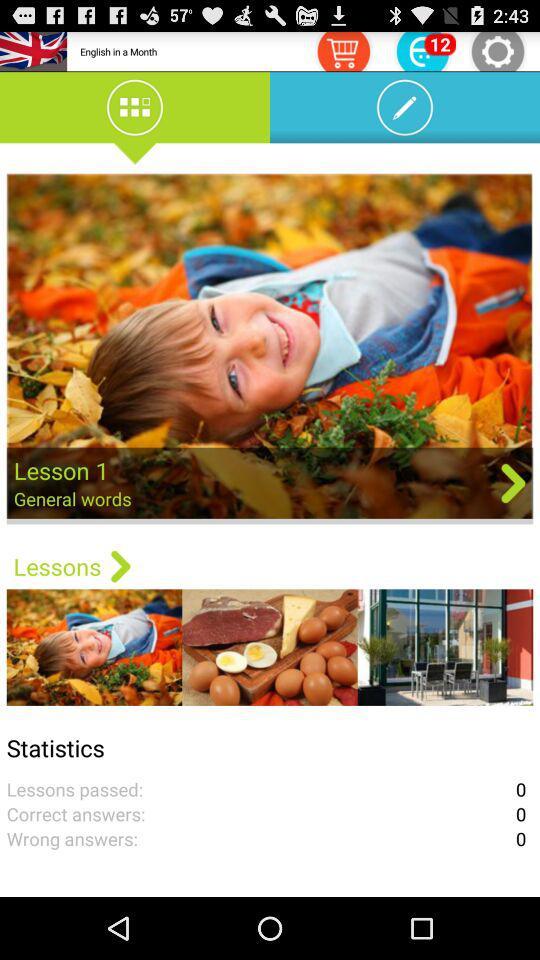  What do you see at coordinates (496, 53) in the screenshot?
I see `the settings icon` at bounding box center [496, 53].